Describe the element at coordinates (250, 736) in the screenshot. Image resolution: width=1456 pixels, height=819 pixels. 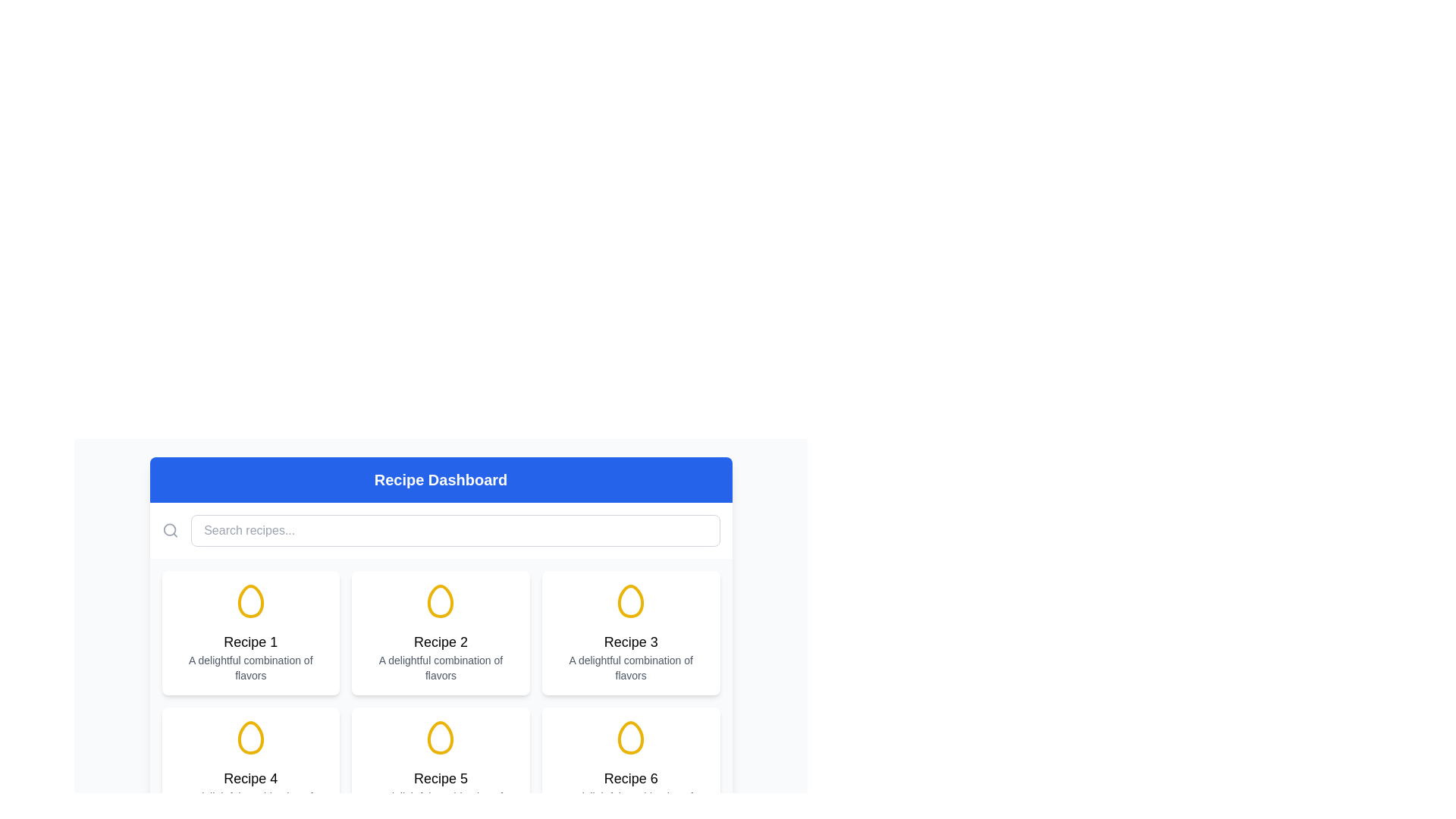
I see `the egg-shaped vector graphic icon representing the recipe located in the fourth recipe card of the grid layout, which is the first card in the second row` at that location.